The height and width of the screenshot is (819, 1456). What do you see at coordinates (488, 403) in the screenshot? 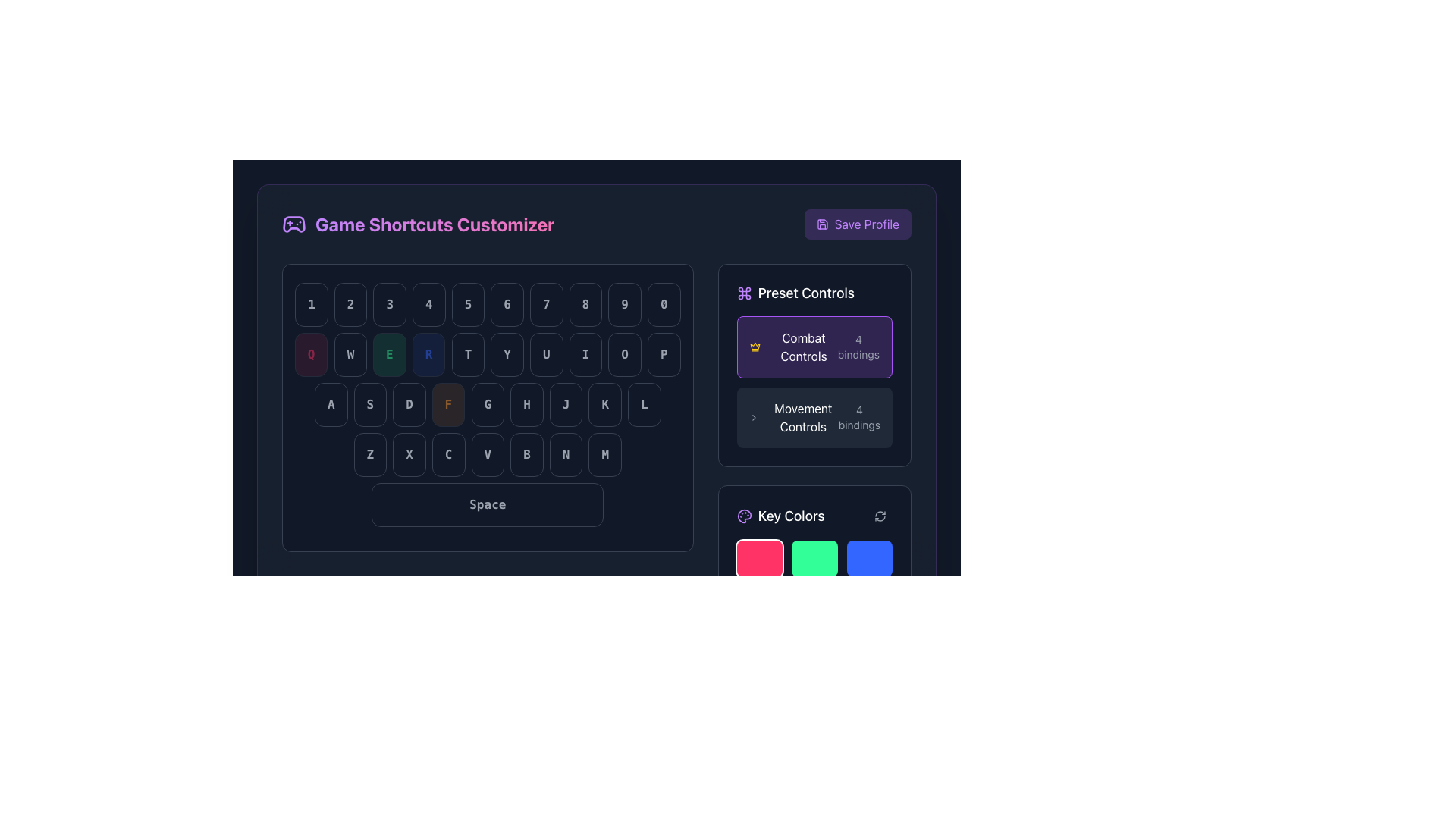
I see `the rectangular button displaying the uppercase letter 'G' in bold, monospaced font, which is located between the buttons labeled 'F' and 'H' in the keyboard layout` at bounding box center [488, 403].